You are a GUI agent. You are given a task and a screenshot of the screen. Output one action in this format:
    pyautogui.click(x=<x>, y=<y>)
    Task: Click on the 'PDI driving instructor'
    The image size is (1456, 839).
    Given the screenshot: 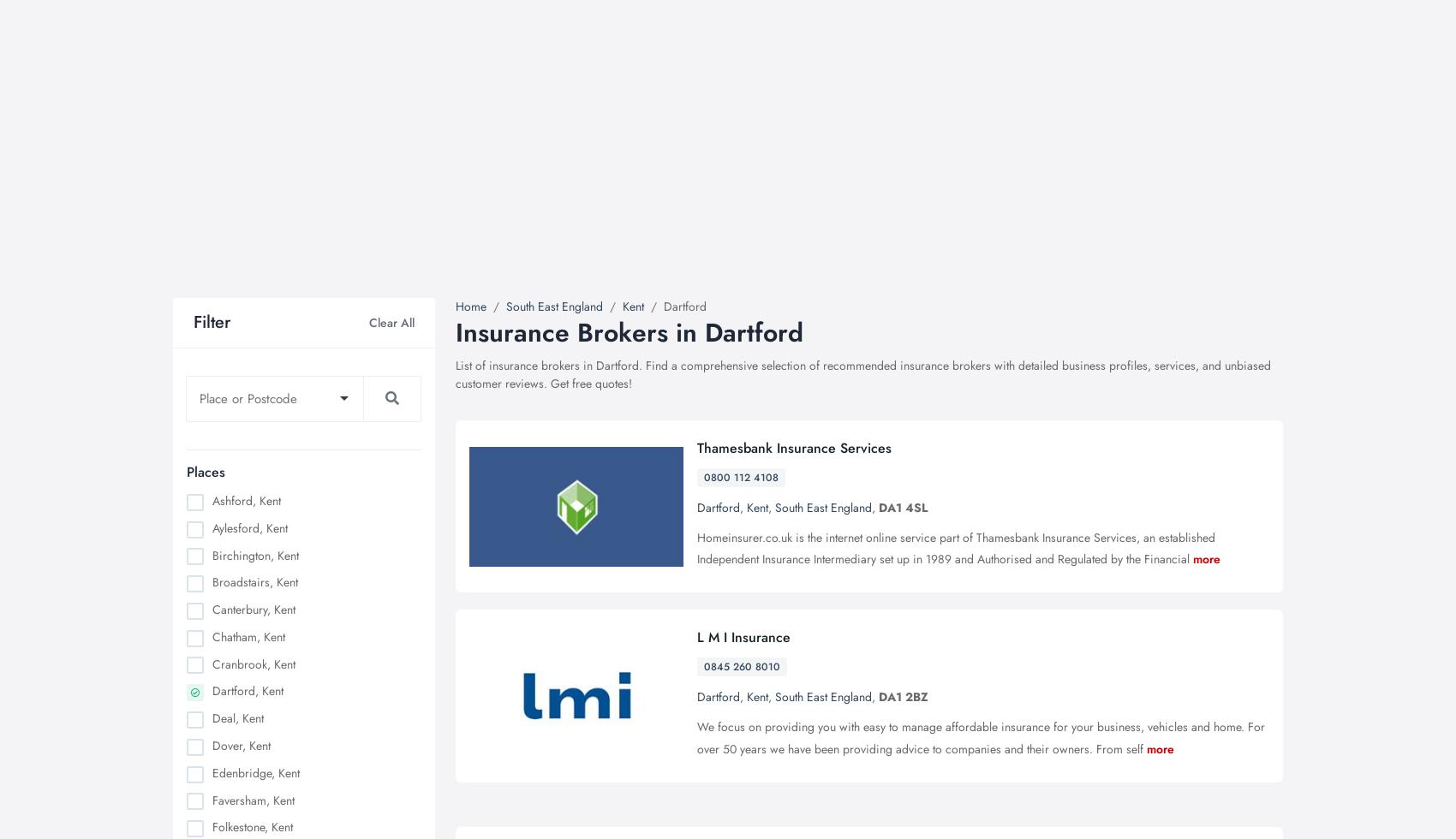 What is the action you would take?
    pyautogui.click(x=241, y=431)
    